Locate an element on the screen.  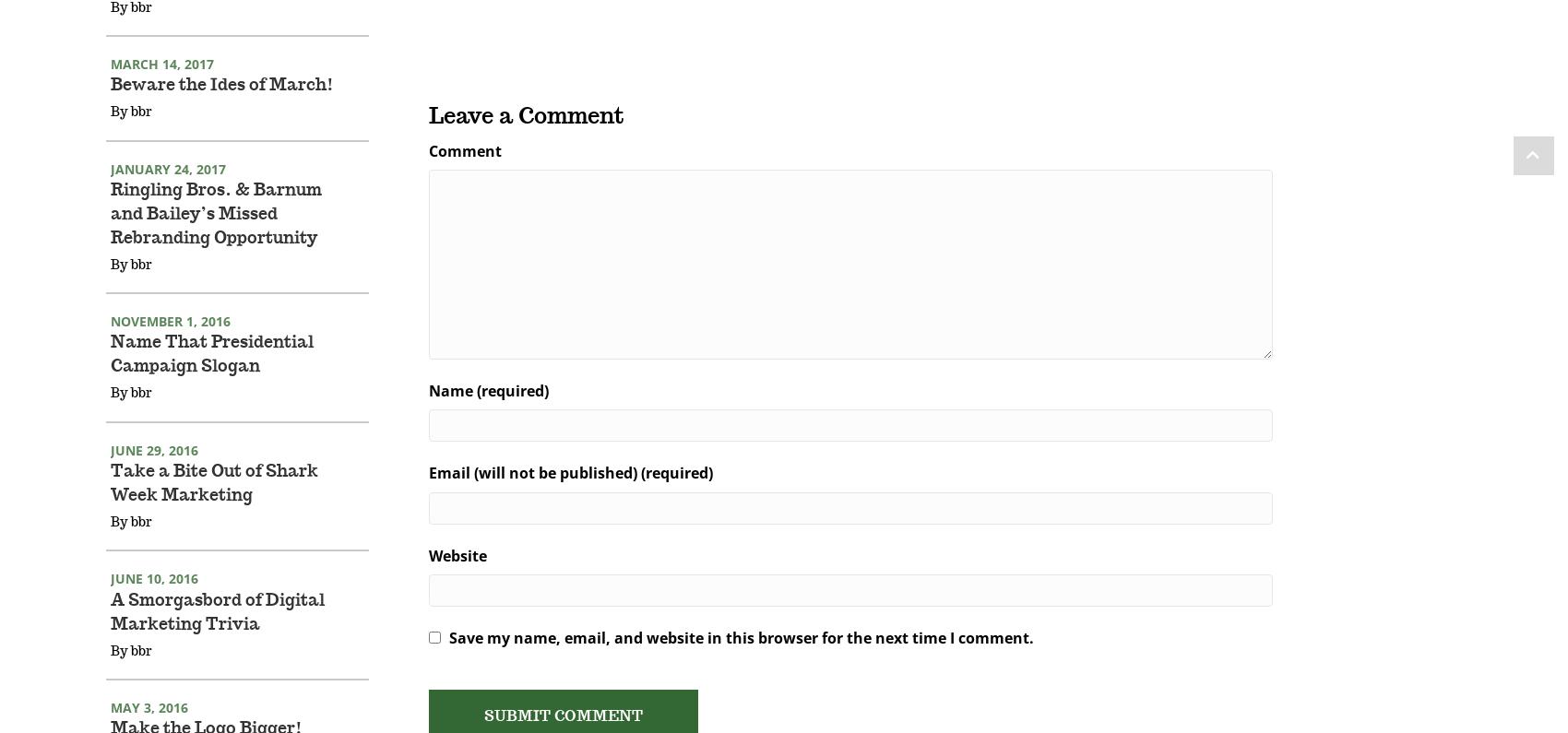
'Name (required)' is located at coordinates (488, 415).